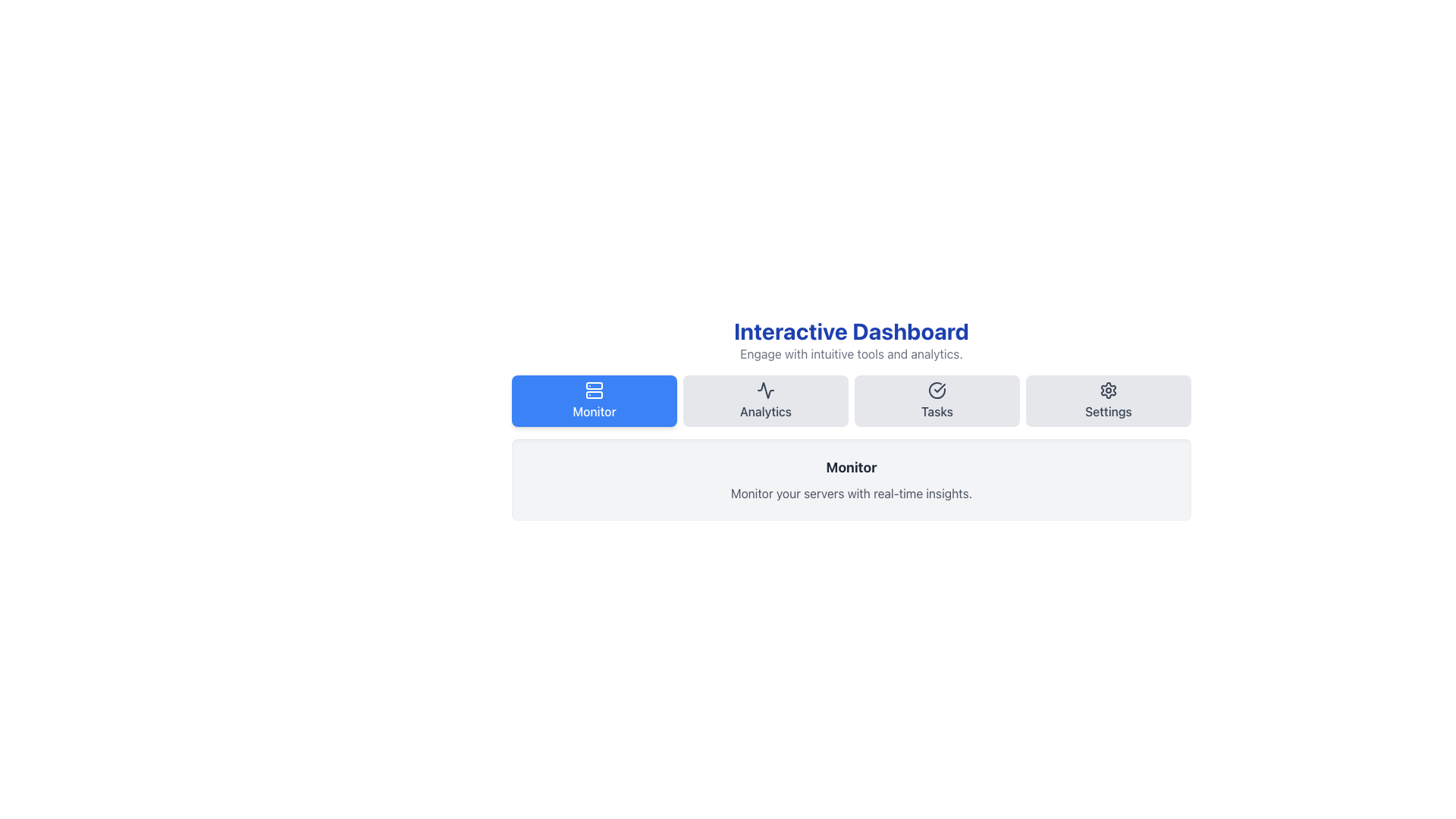  What do you see at coordinates (593, 400) in the screenshot?
I see `the first interactive button located beneath the 'Interactive Dashboard' title` at bounding box center [593, 400].